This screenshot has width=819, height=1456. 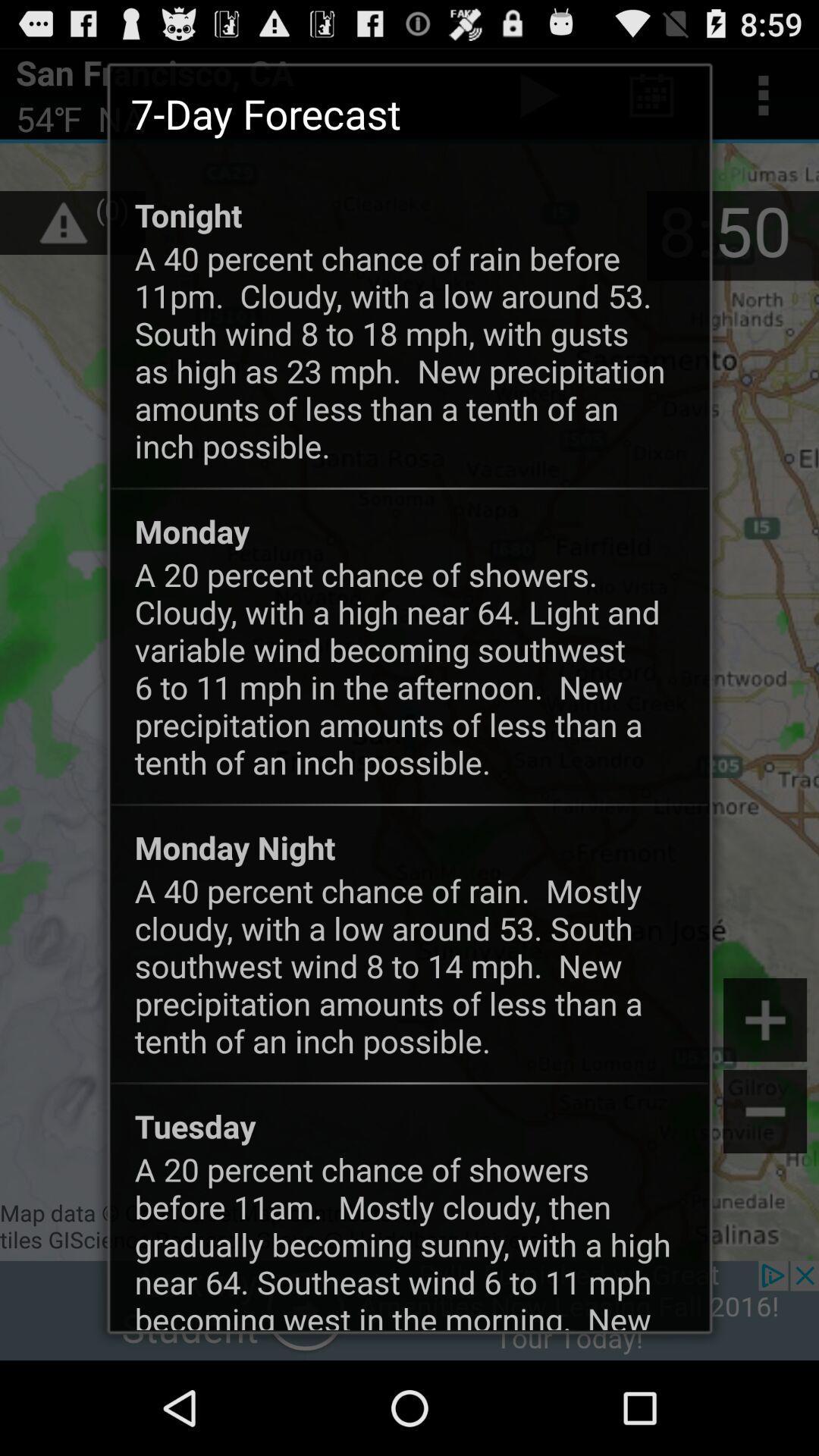 What do you see at coordinates (187, 214) in the screenshot?
I see `tonight at the top left corner` at bounding box center [187, 214].